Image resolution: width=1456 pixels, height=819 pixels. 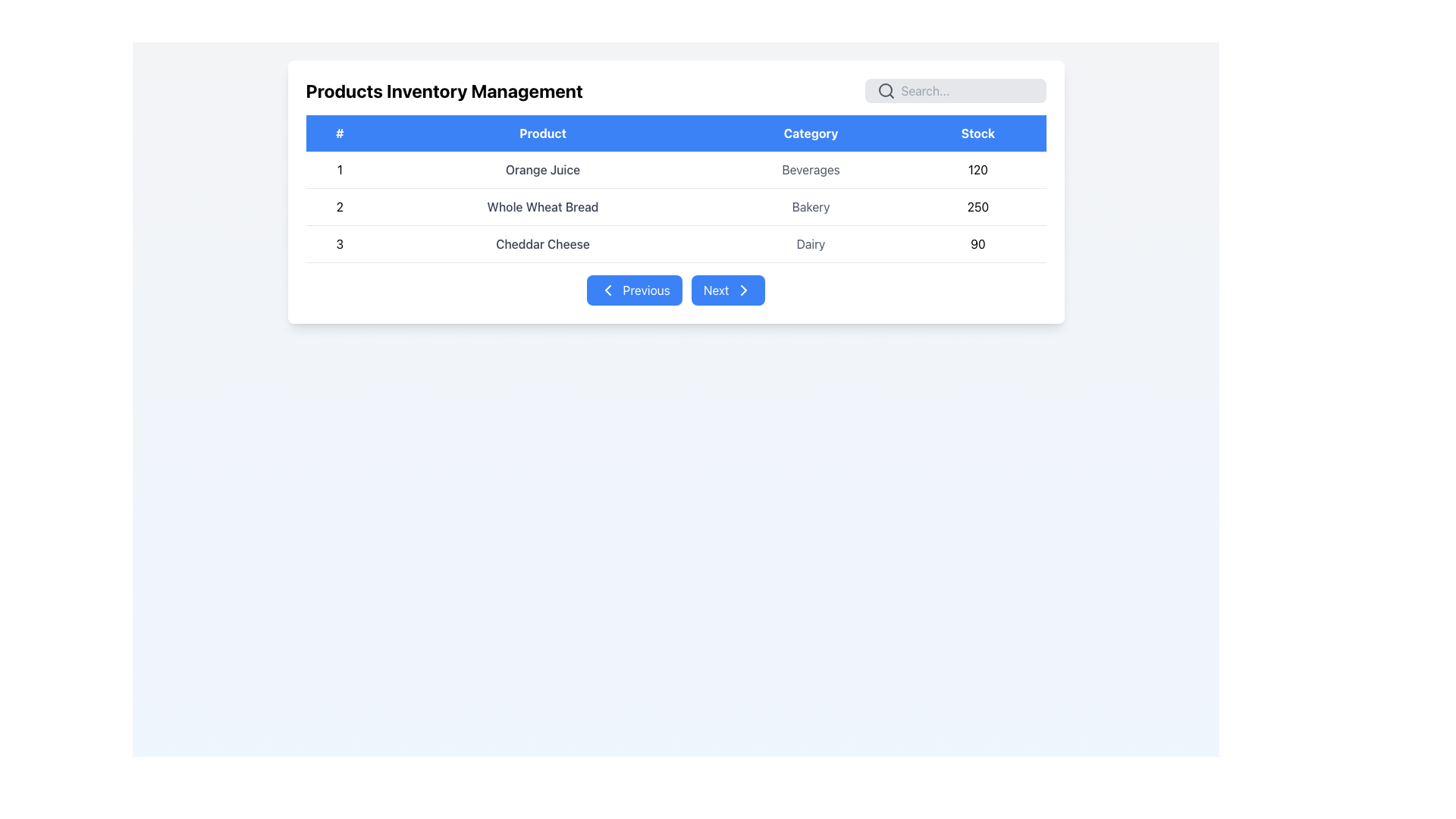 I want to click on the third row in the 'Products Inventory Management' section, which details the item '3', product name 'Cheddar Cheese', category 'Dairy', and stock '90', so click(x=675, y=243).